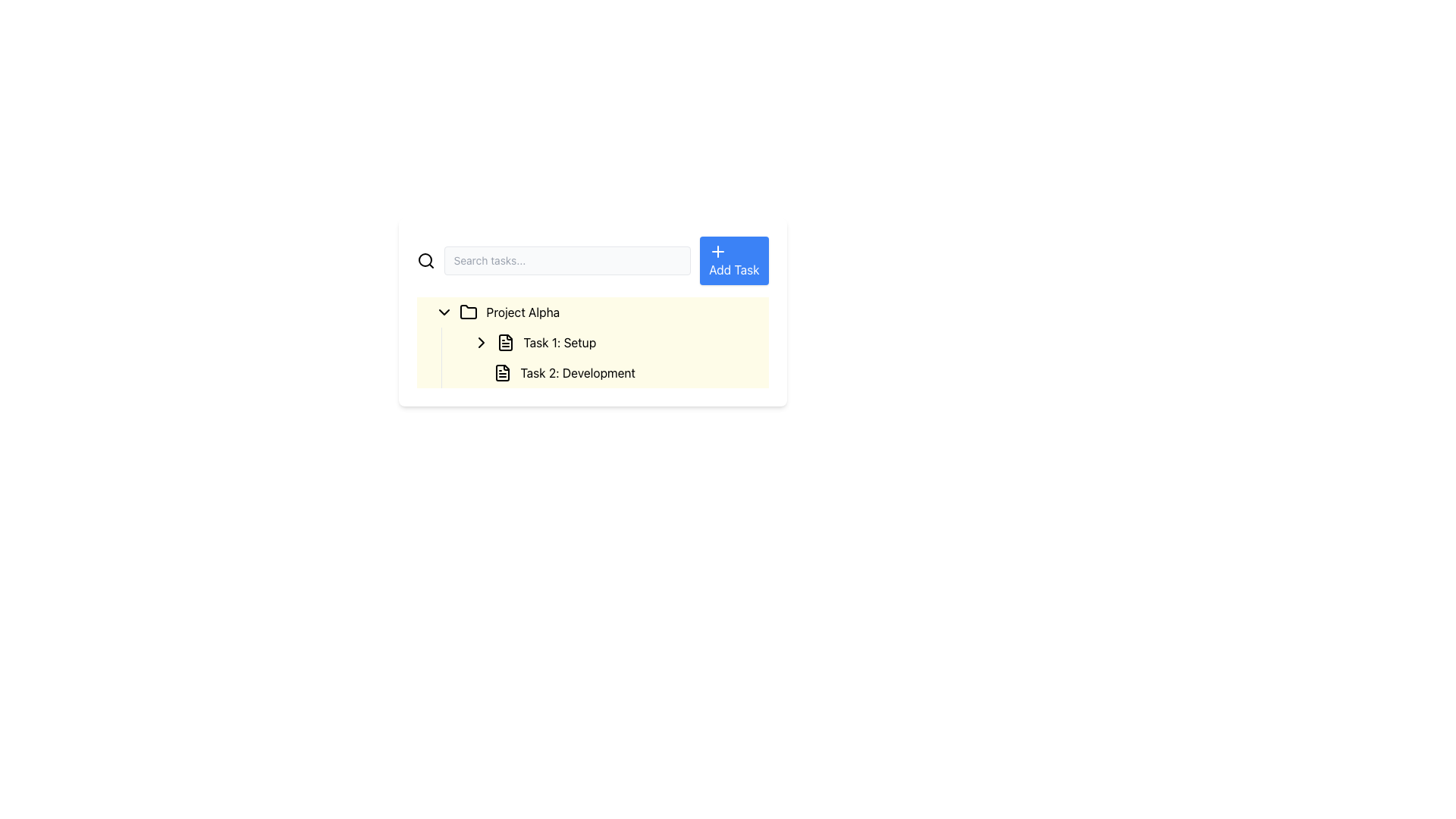  I want to click on text list component displaying 'Task 1: Setup' and 'Task 2: Development', which is located below the header in the 'Project Alpha' section, so click(604, 357).